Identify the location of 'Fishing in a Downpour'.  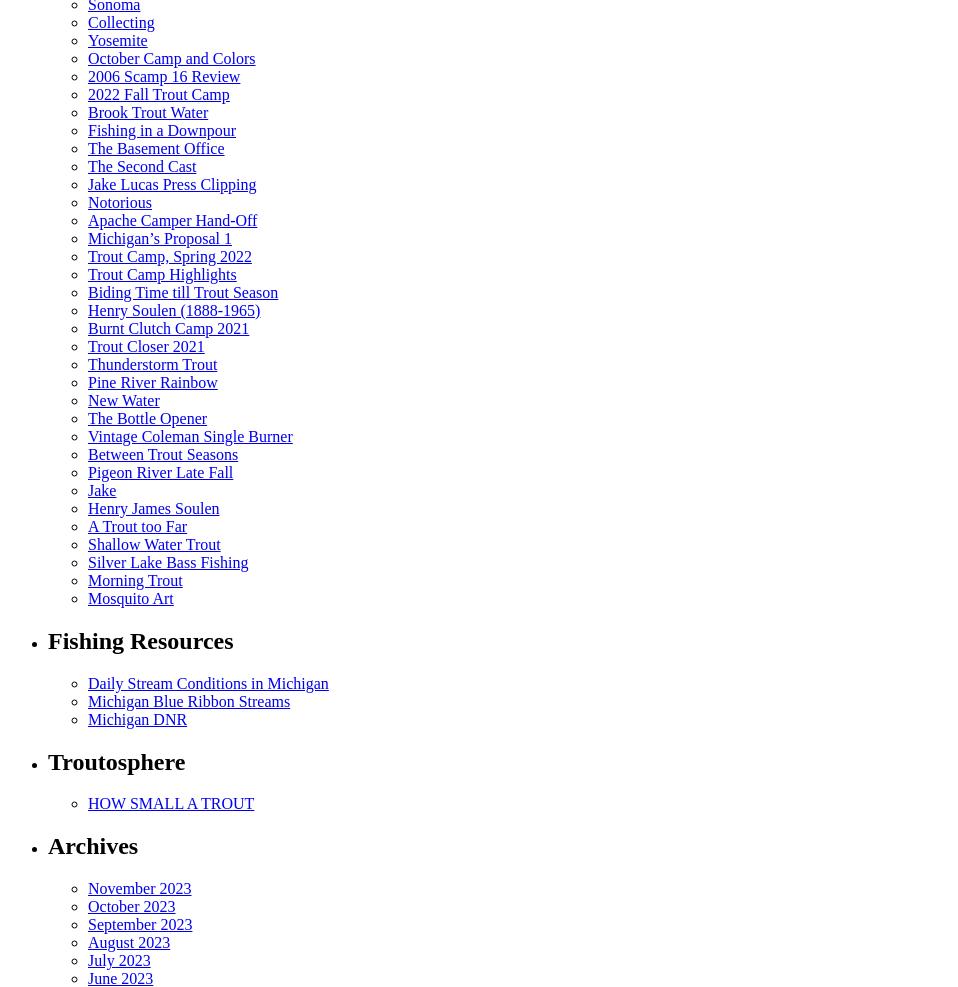
(160, 129).